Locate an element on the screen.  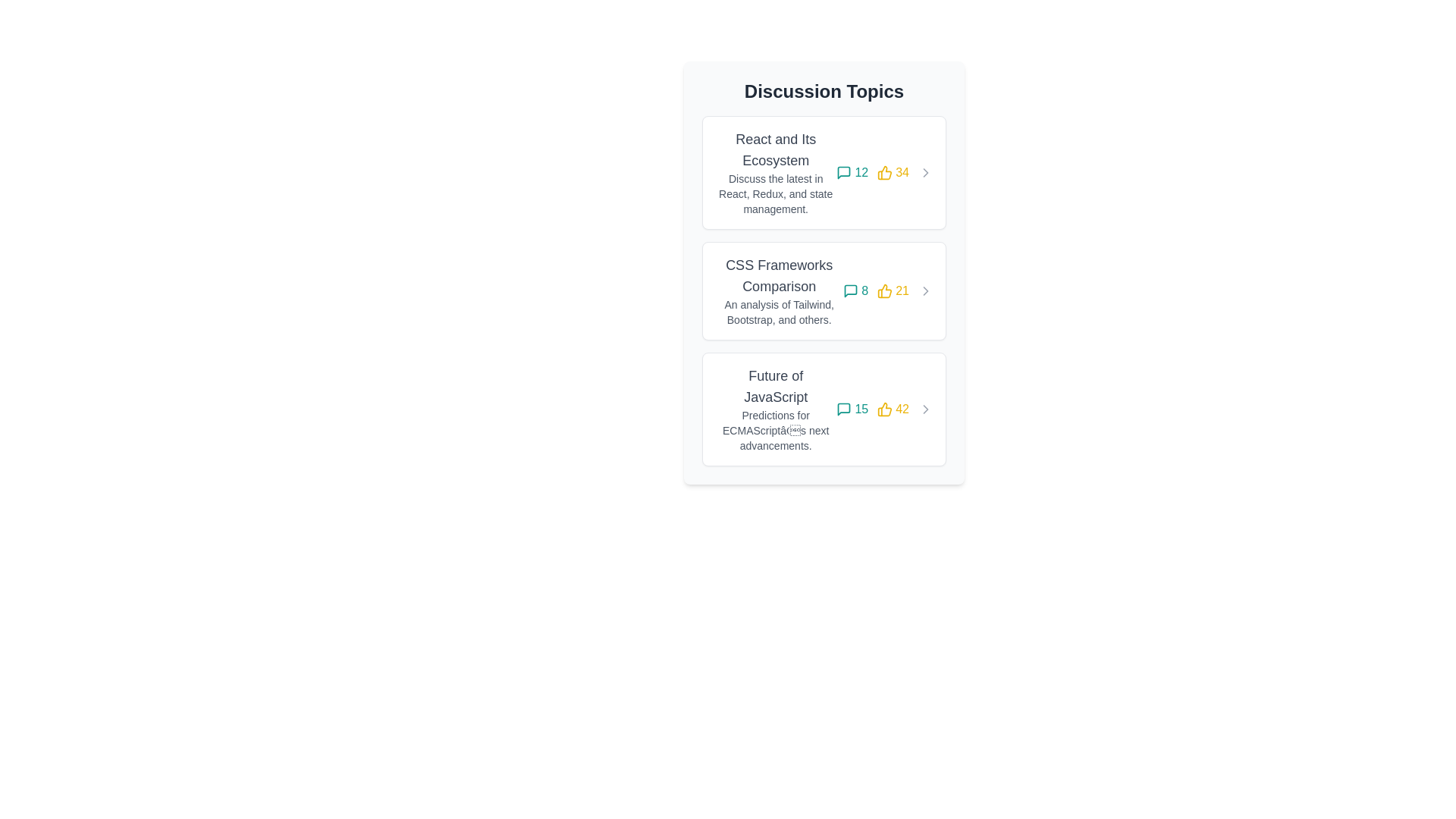
the static text label that serves as the title or header of the first discussion topic card, located at the top of the column of cards under 'Discussion Topics' is located at coordinates (776, 149).